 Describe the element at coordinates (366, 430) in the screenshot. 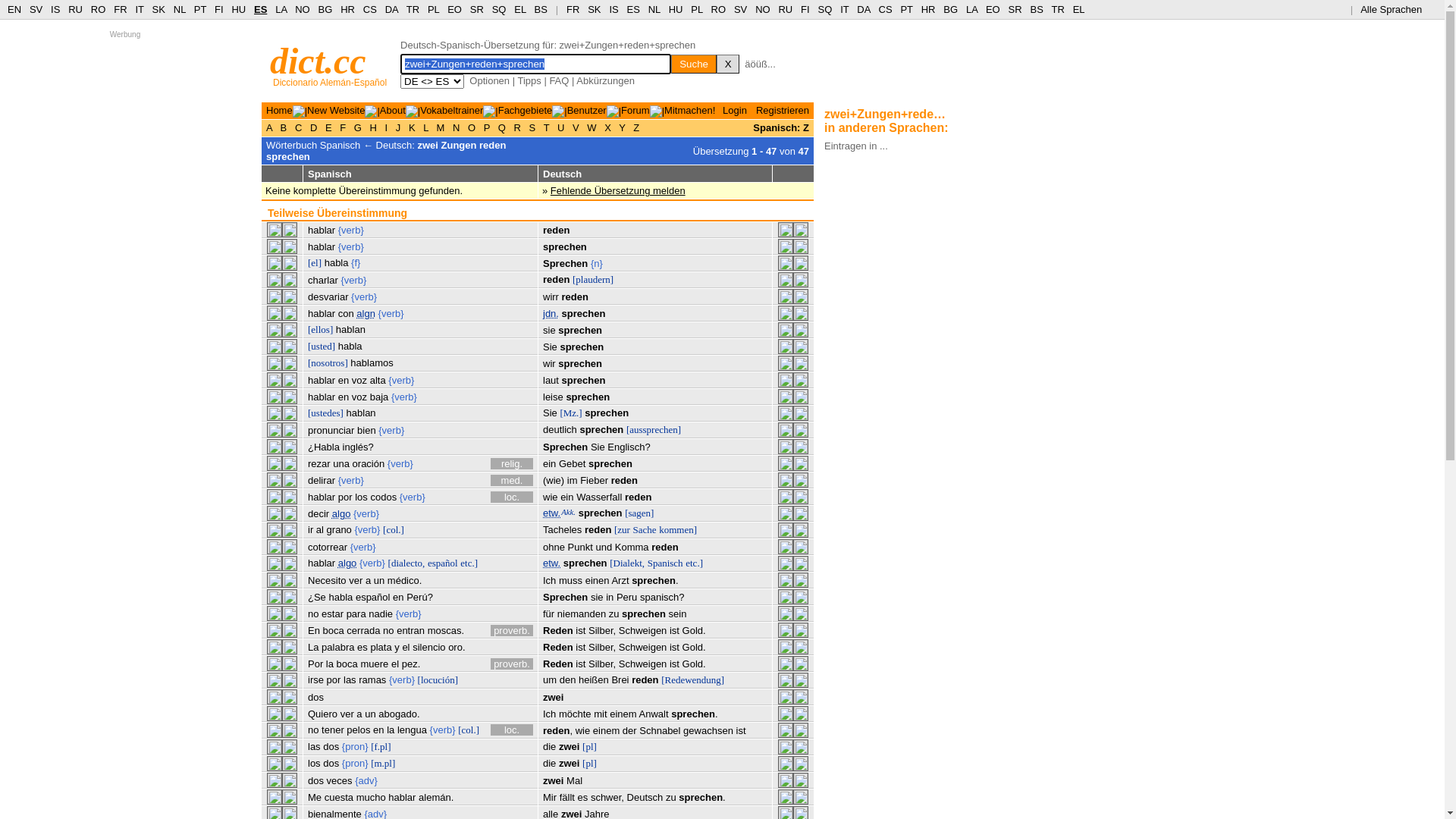

I see `'bien'` at that location.